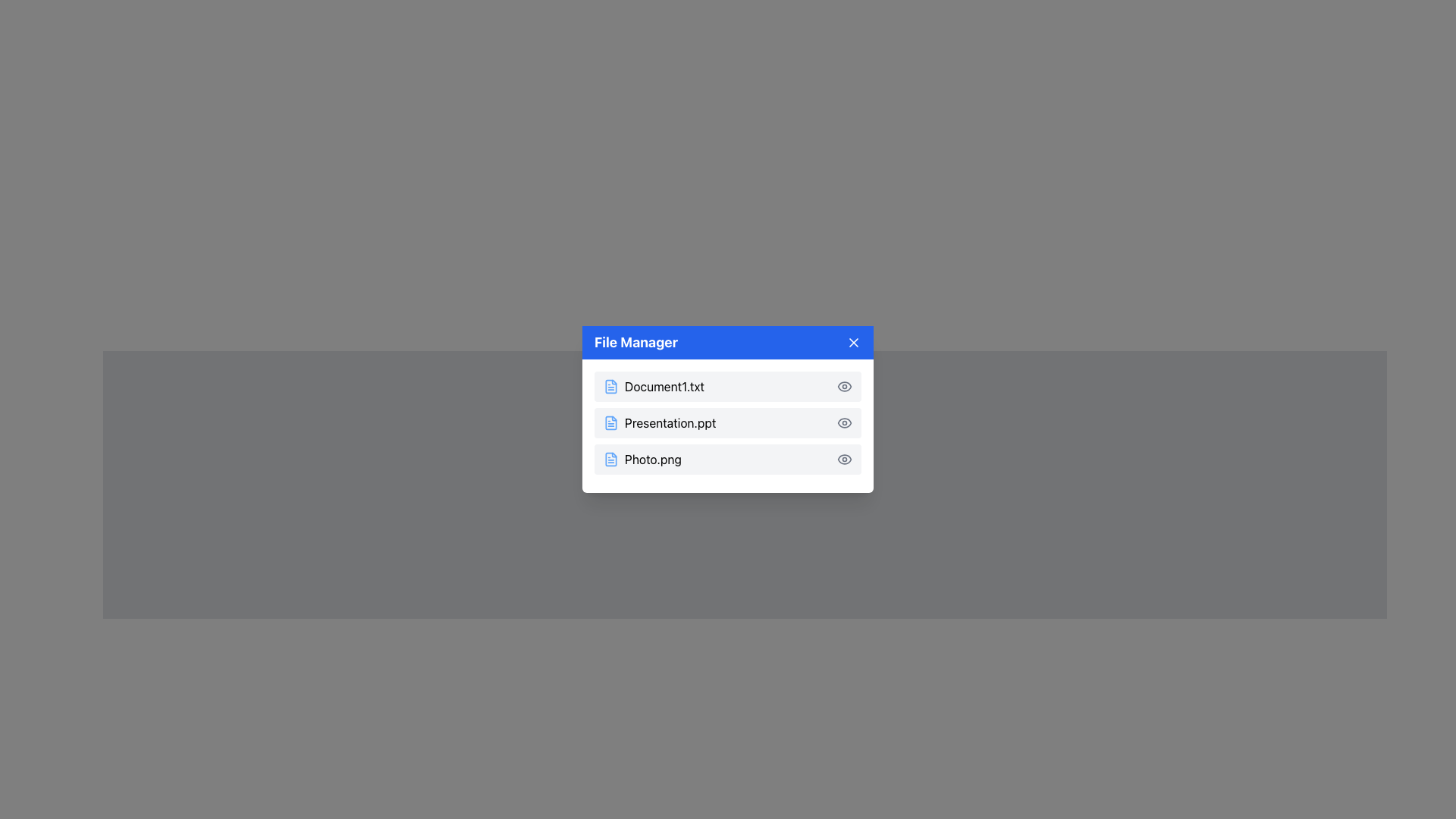  What do you see at coordinates (728, 458) in the screenshot?
I see `the 'Photo.png' file entry row` at bounding box center [728, 458].